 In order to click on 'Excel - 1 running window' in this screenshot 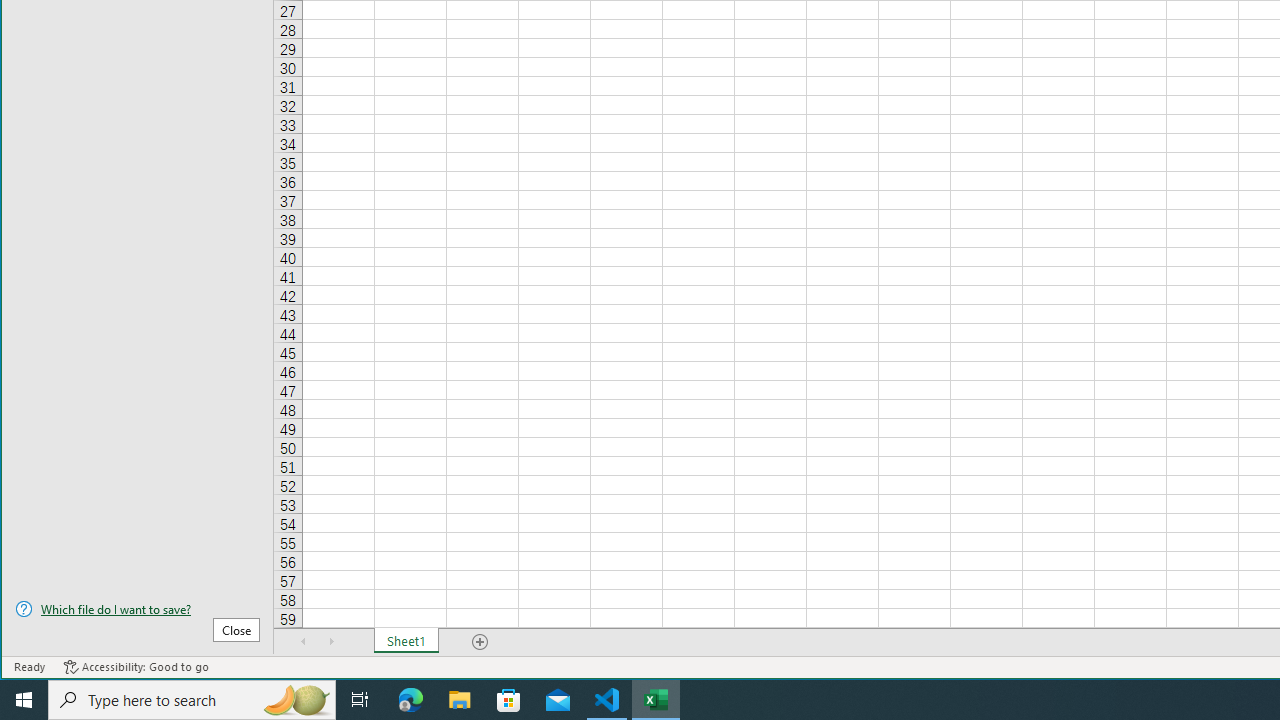, I will do `click(656, 698)`.